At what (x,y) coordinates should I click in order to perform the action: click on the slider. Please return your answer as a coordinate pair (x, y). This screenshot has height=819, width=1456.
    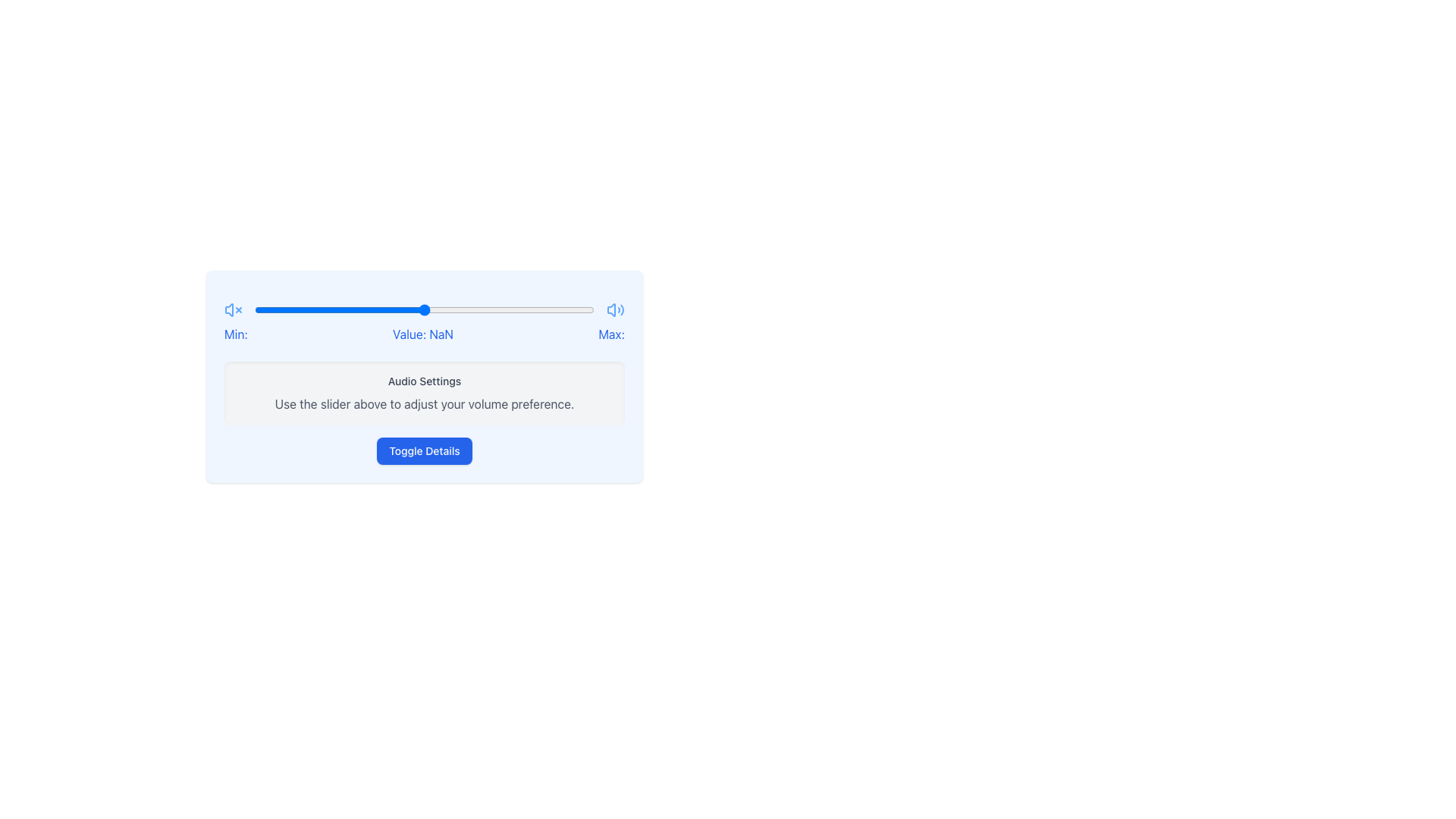
    Looking at the image, I should click on (510, 309).